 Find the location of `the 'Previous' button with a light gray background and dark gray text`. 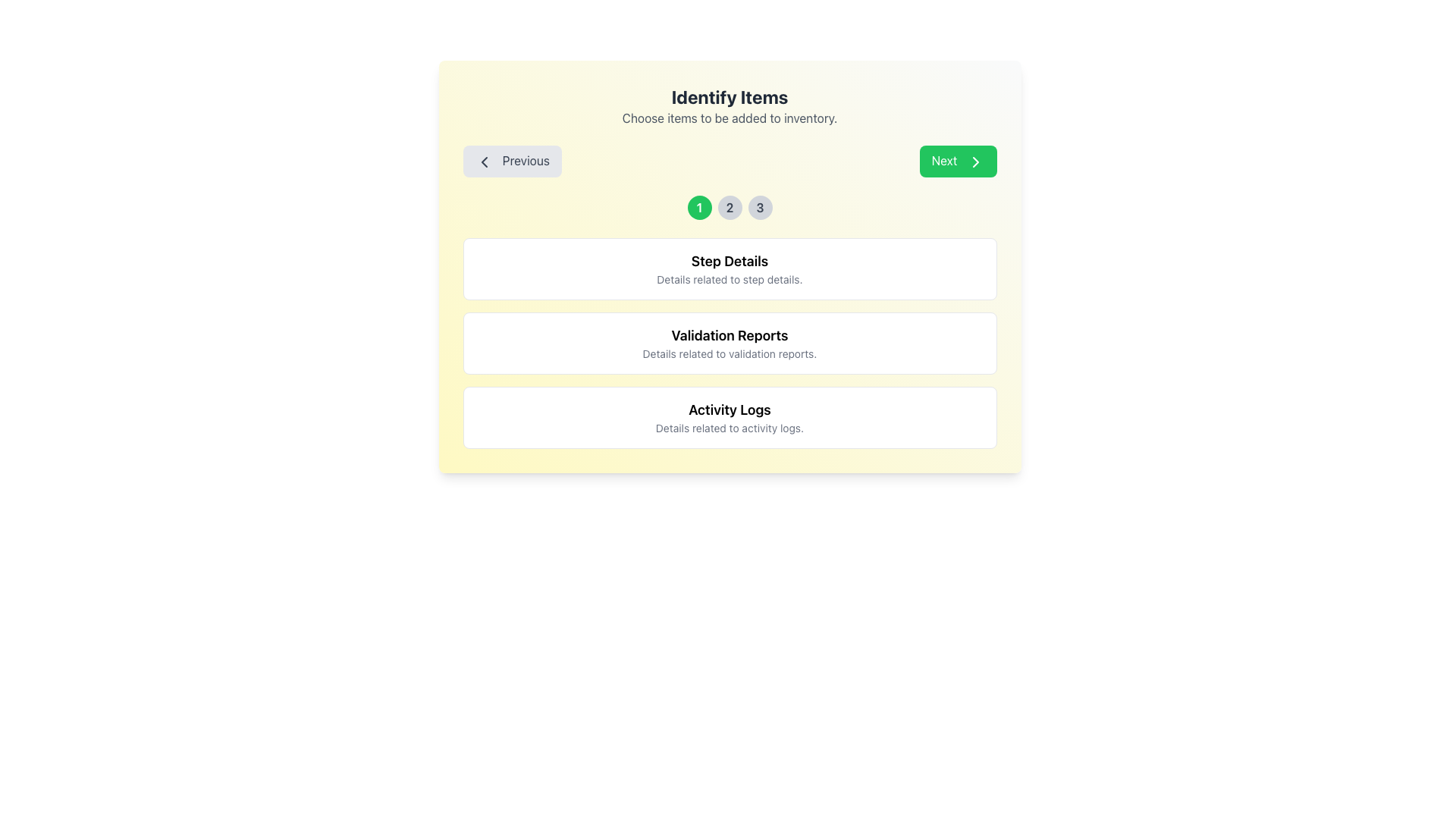

the 'Previous' button with a light gray background and dark gray text is located at coordinates (512, 161).